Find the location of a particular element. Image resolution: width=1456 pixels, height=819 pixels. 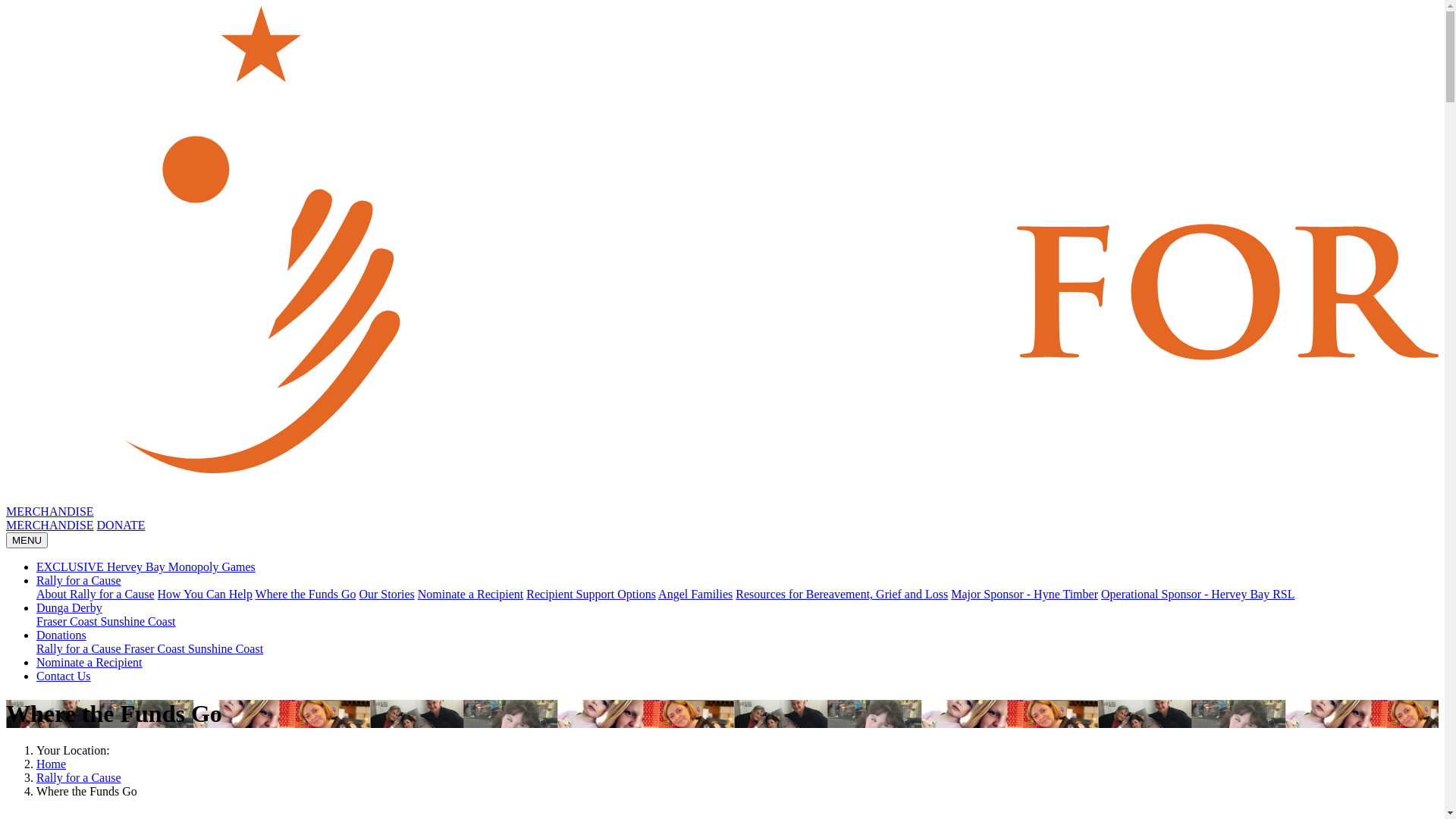

'Major Sponsor - Hyne Timber' is located at coordinates (1024, 593).